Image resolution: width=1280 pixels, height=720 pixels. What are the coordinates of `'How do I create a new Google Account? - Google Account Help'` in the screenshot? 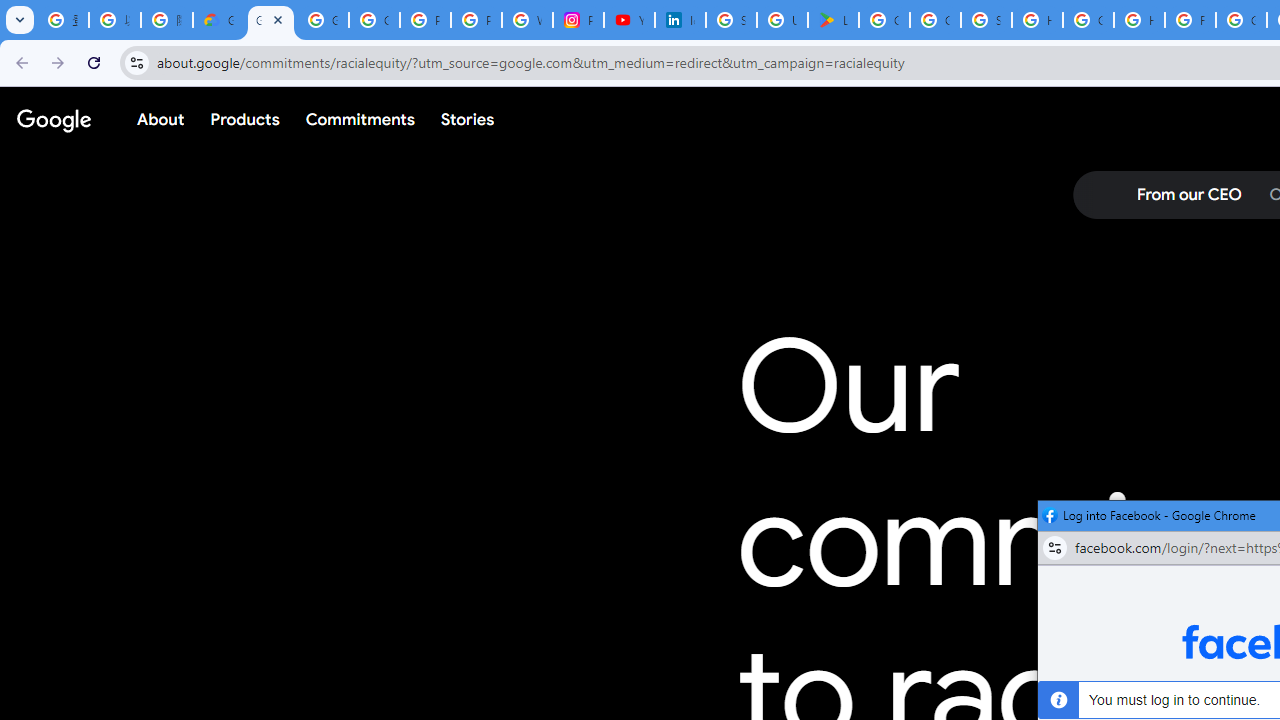 It's located at (1139, 20).